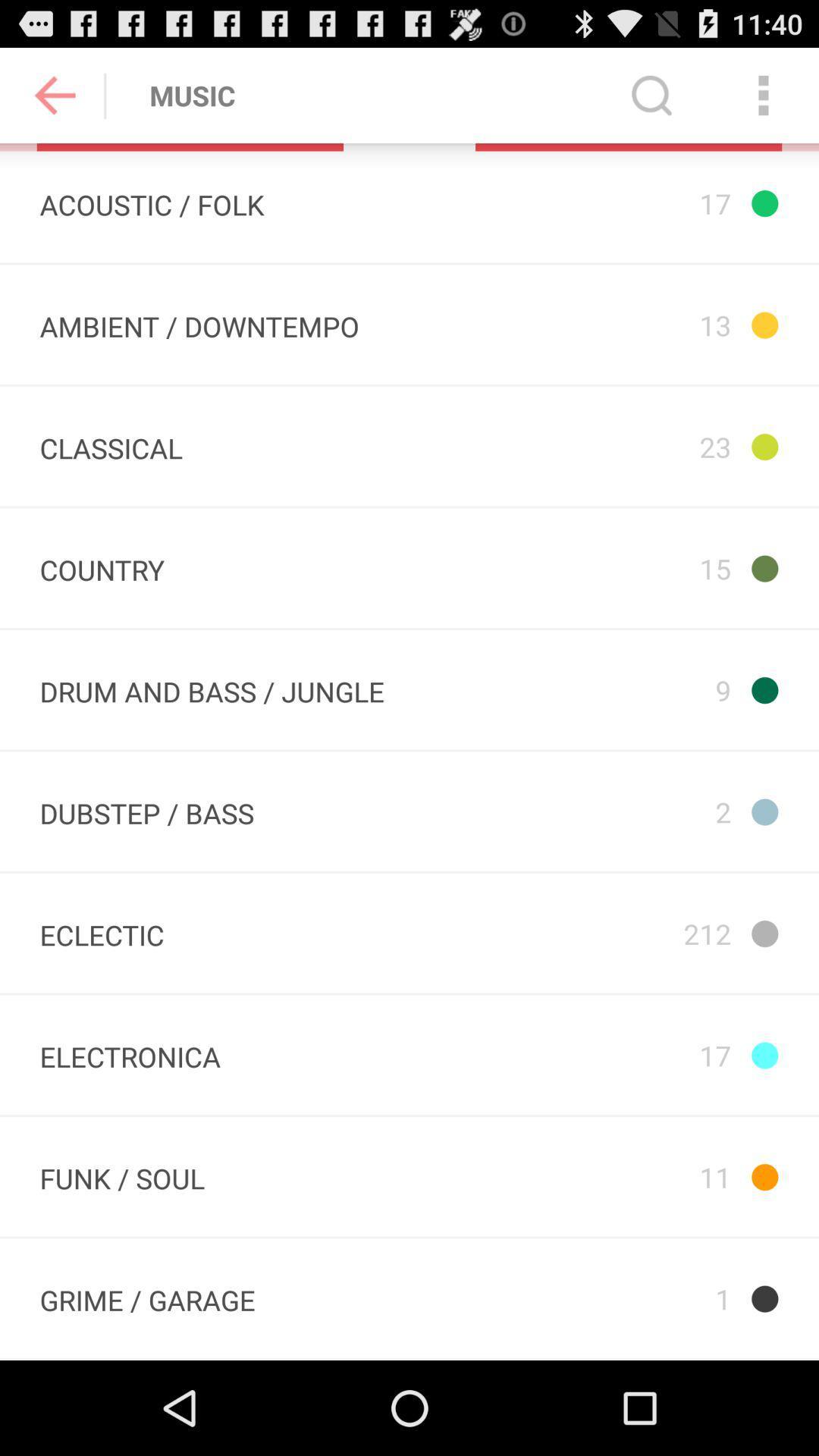 This screenshot has height=1456, width=819. Describe the element at coordinates (102, 932) in the screenshot. I see `the item next to the 212 icon` at that location.